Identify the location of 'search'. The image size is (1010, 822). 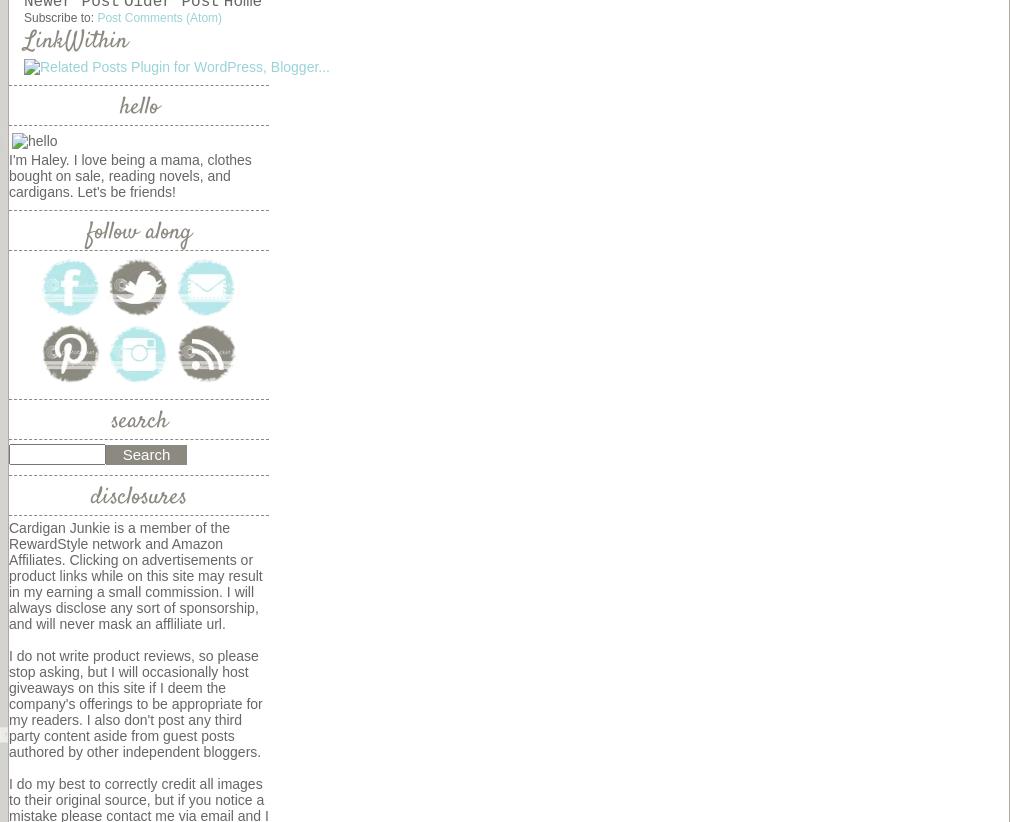
(137, 421).